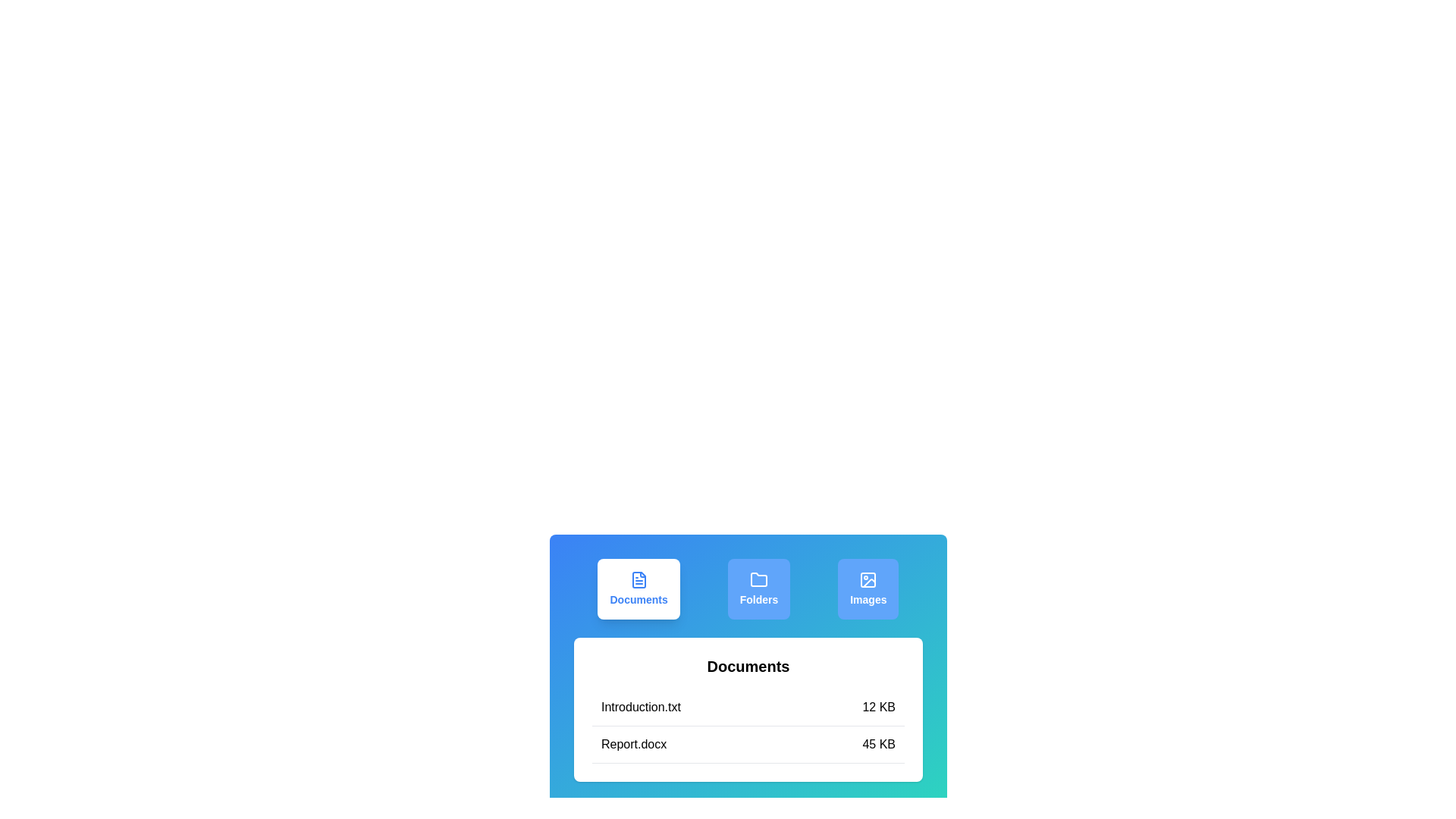  Describe the element at coordinates (634, 744) in the screenshot. I see `the 'Report.docx' text label located in the lower section of the 'Documents' pane` at that location.